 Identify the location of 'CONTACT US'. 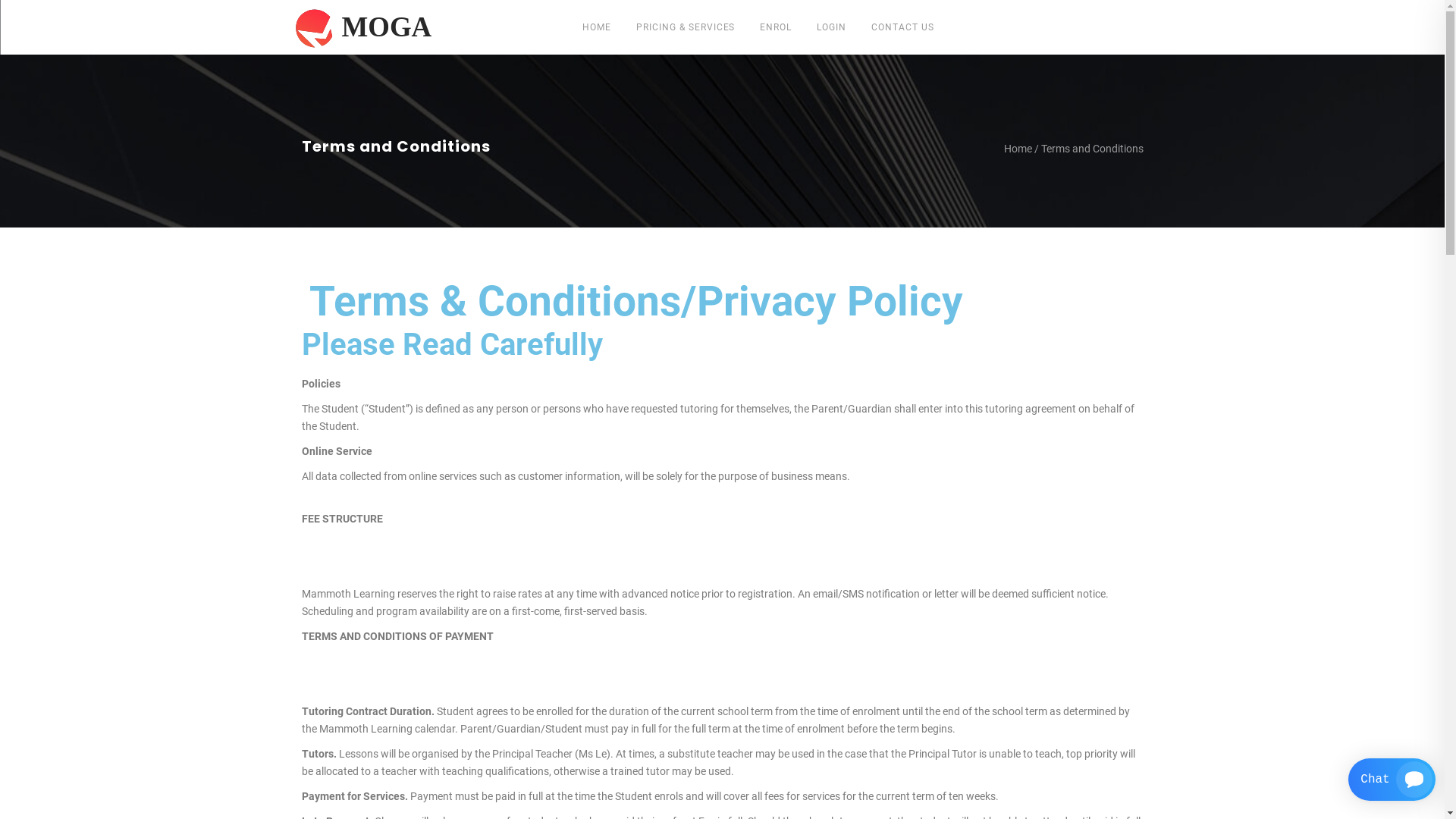
(902, 27).